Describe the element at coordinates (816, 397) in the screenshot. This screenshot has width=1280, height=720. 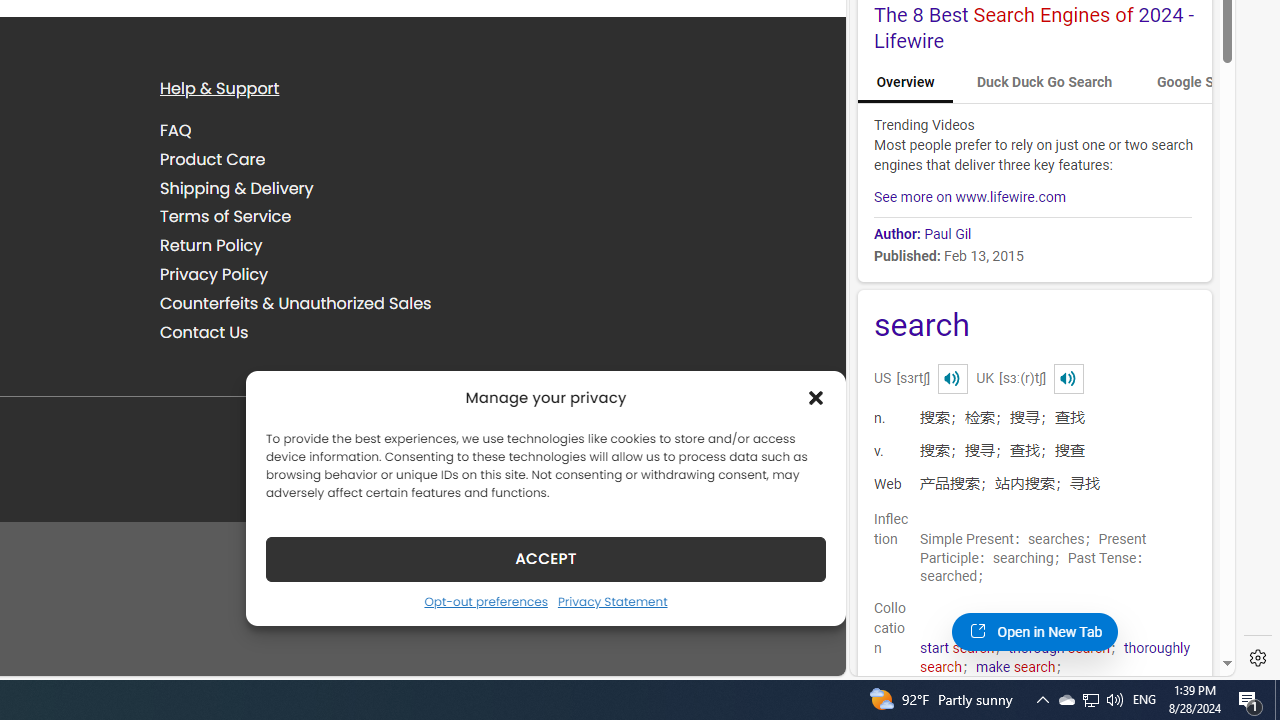
I see `'Class: cmplz-close'` at that location.